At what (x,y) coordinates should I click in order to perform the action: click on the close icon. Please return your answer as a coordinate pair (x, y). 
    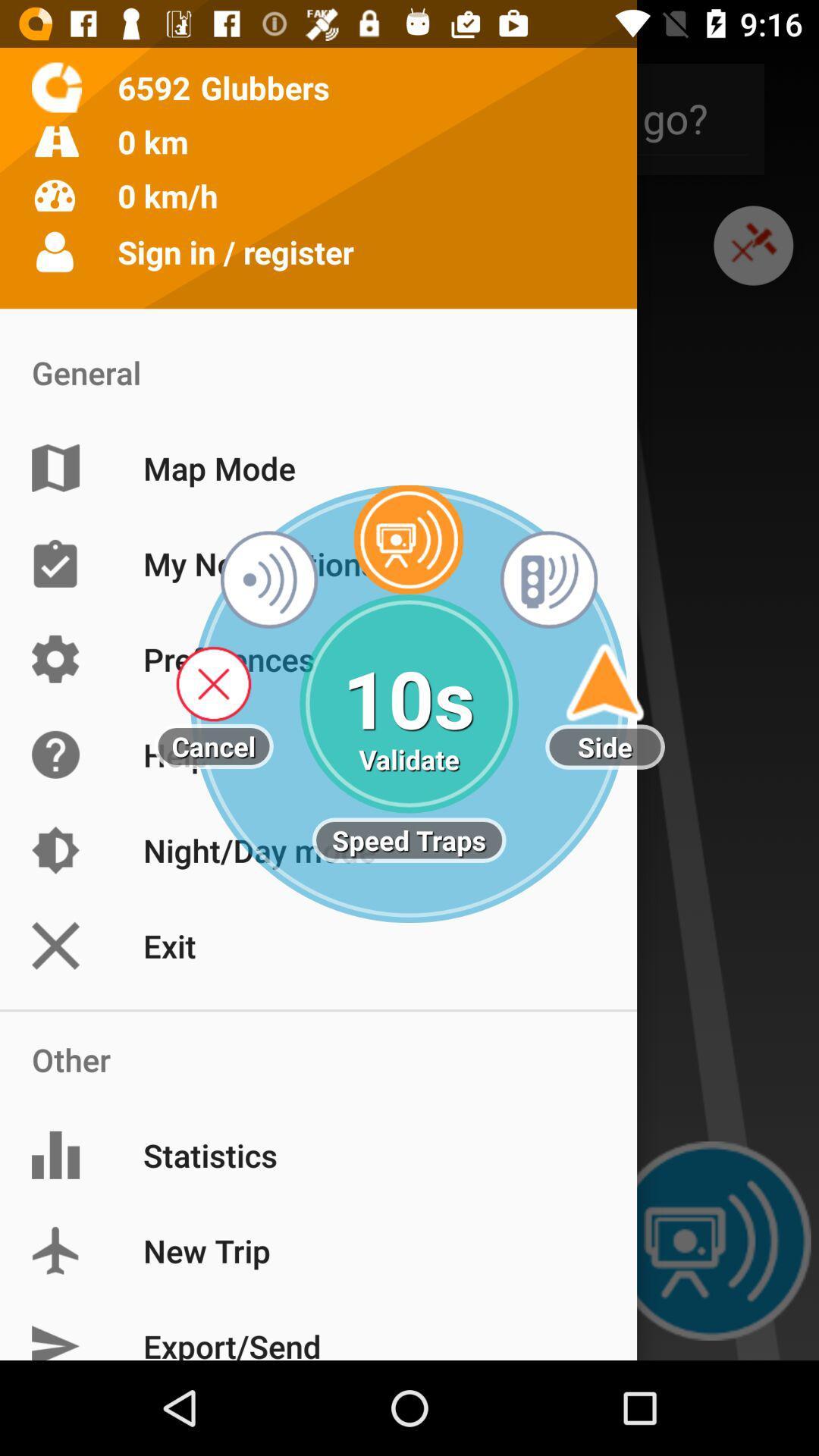
    Looking at the image, I should click on (753, 262).